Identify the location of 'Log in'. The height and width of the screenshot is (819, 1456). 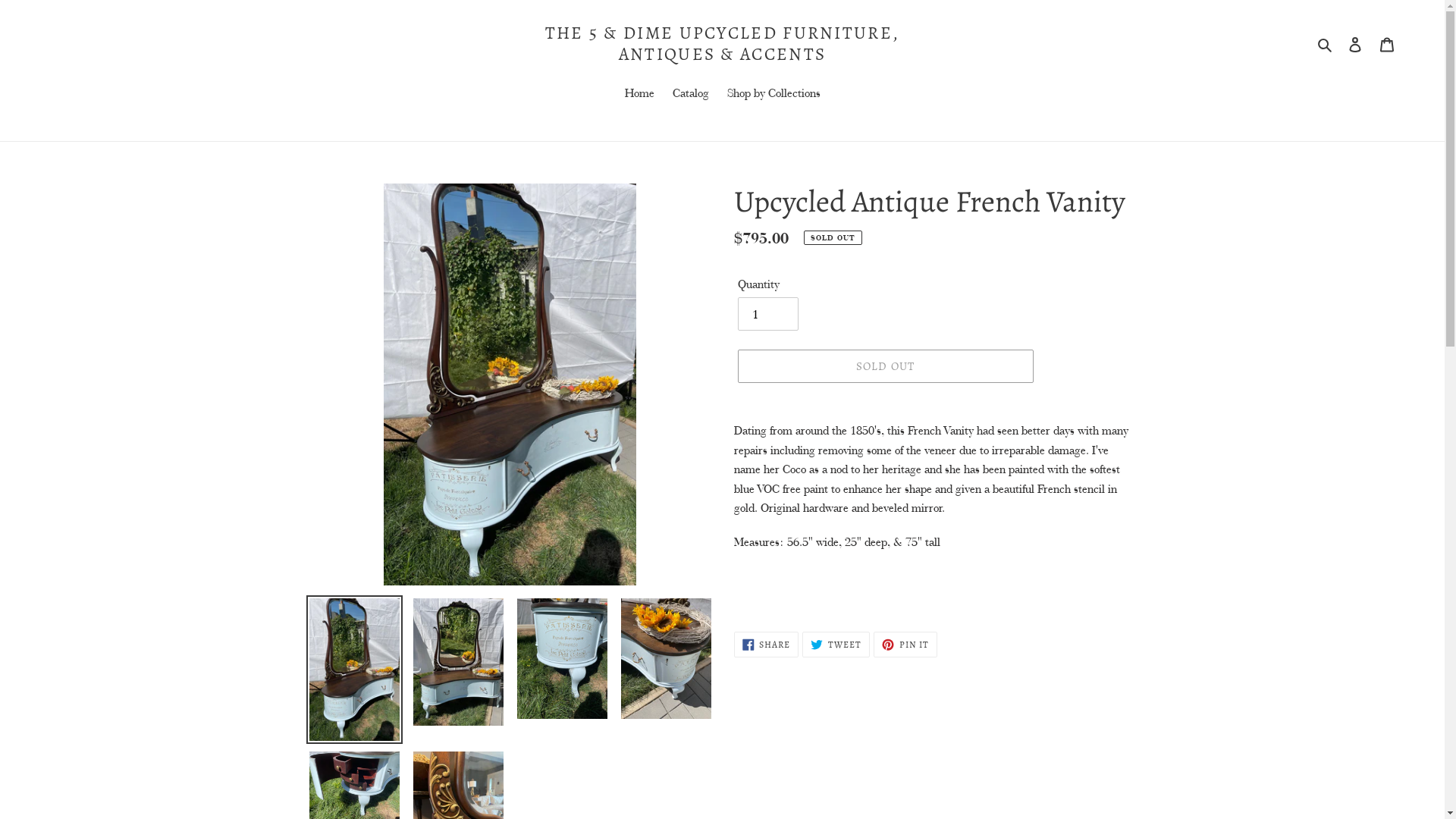
(1354, 42).